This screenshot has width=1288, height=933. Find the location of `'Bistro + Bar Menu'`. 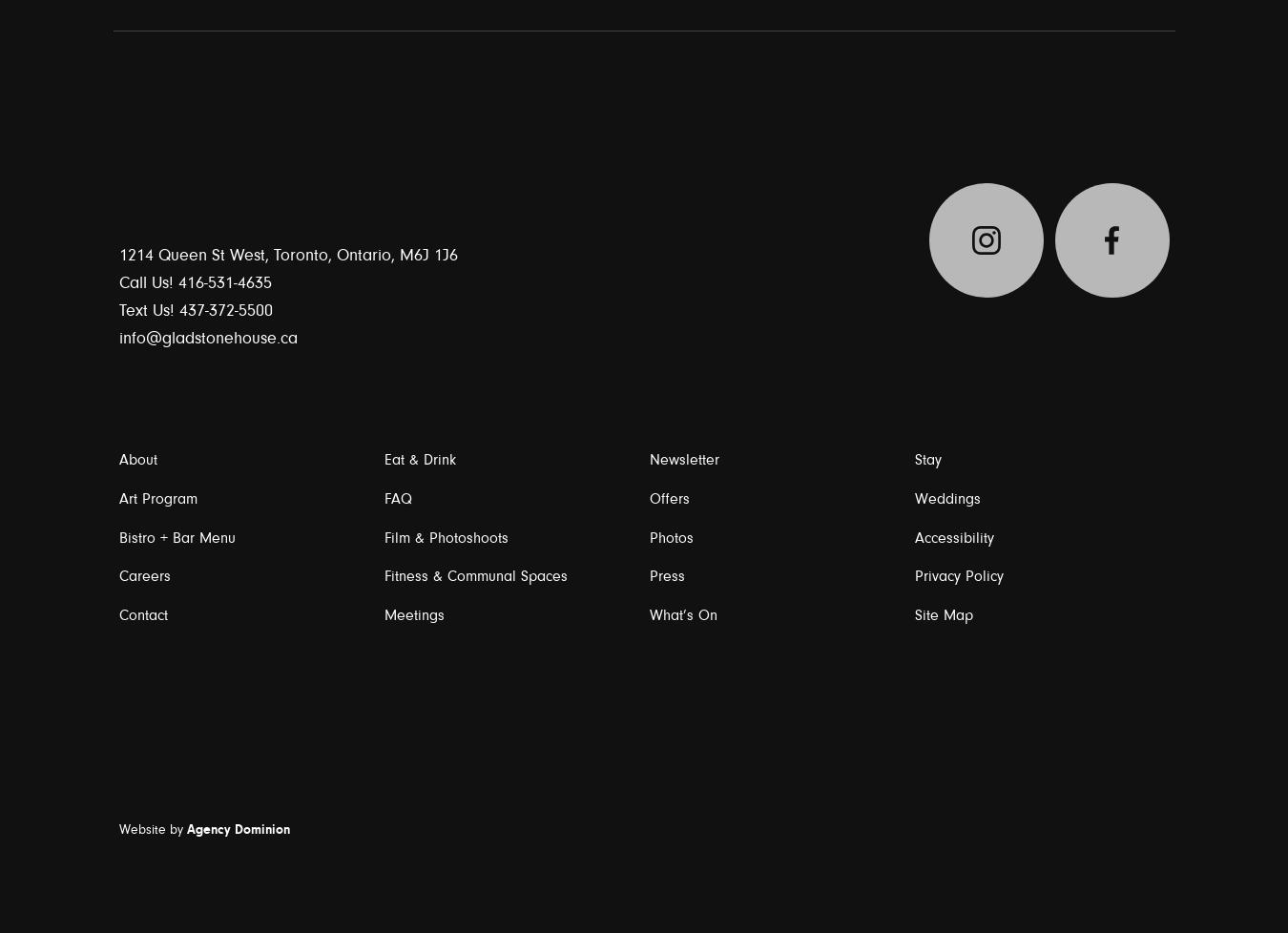

'Bistro + Bar Menu' is located at coordinates (176, 537).